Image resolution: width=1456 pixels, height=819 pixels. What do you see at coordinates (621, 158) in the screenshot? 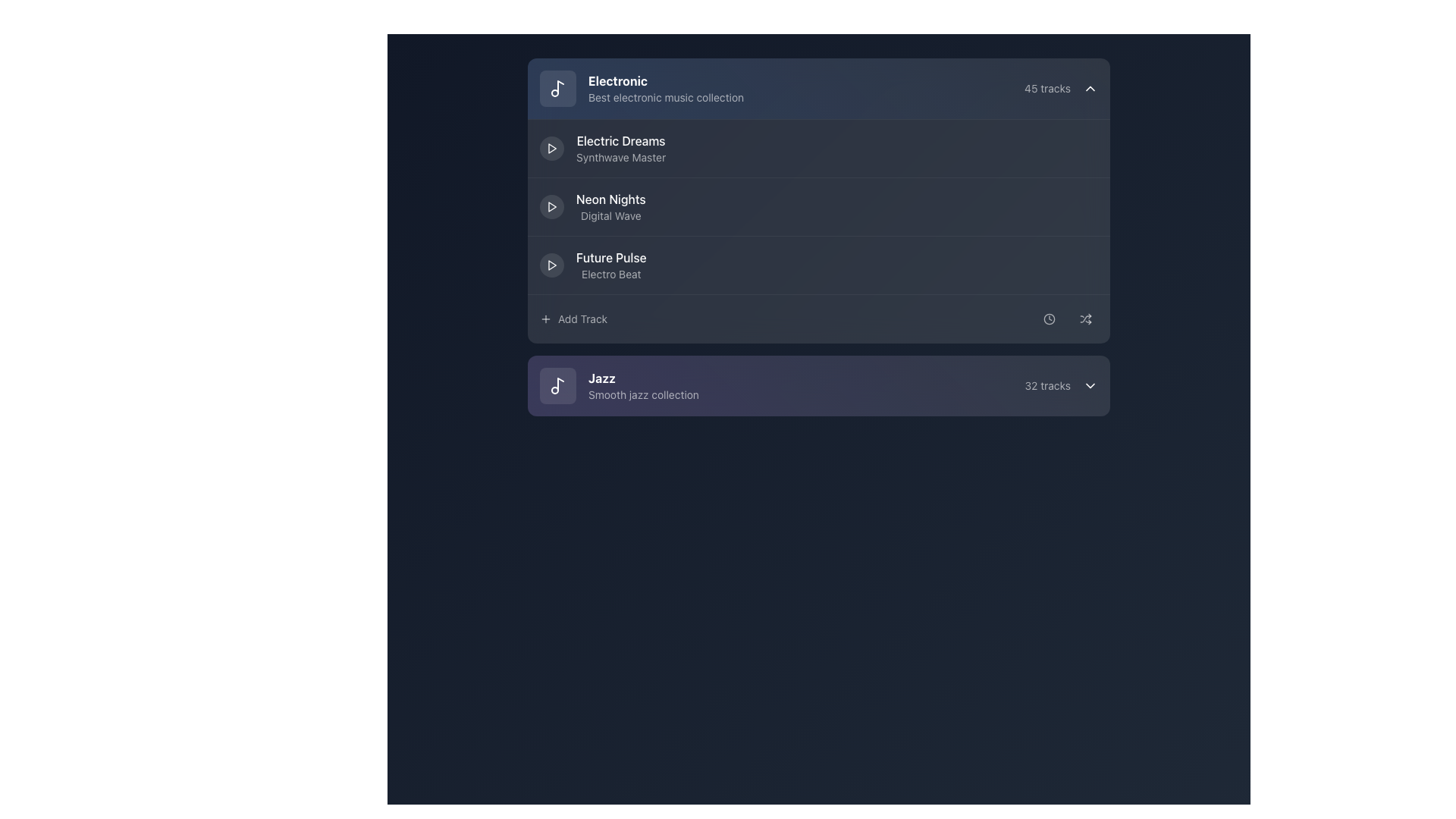
I see `the text label containing 'Synthwave Master', which is styled in small white text with 60% opacity and located below 'Electric Dreams'` at bounding box center [621, 158].